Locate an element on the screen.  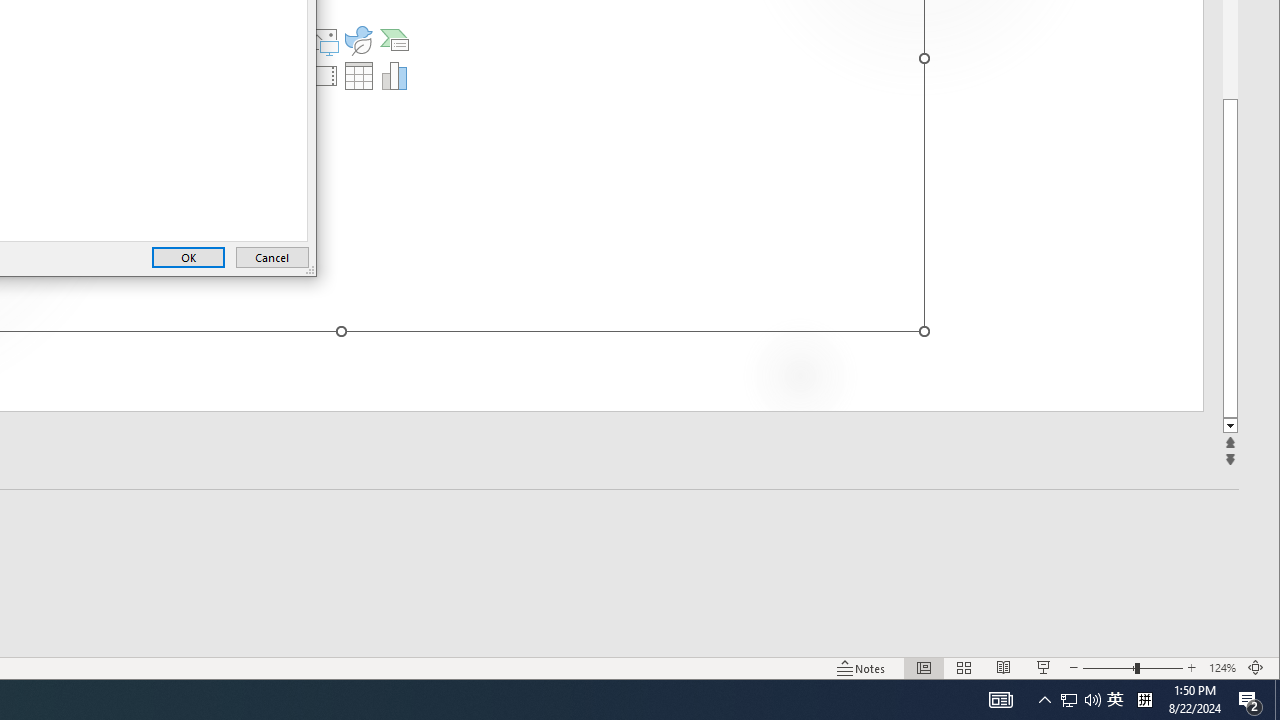
'OK' is located at coordinates (188, 256).